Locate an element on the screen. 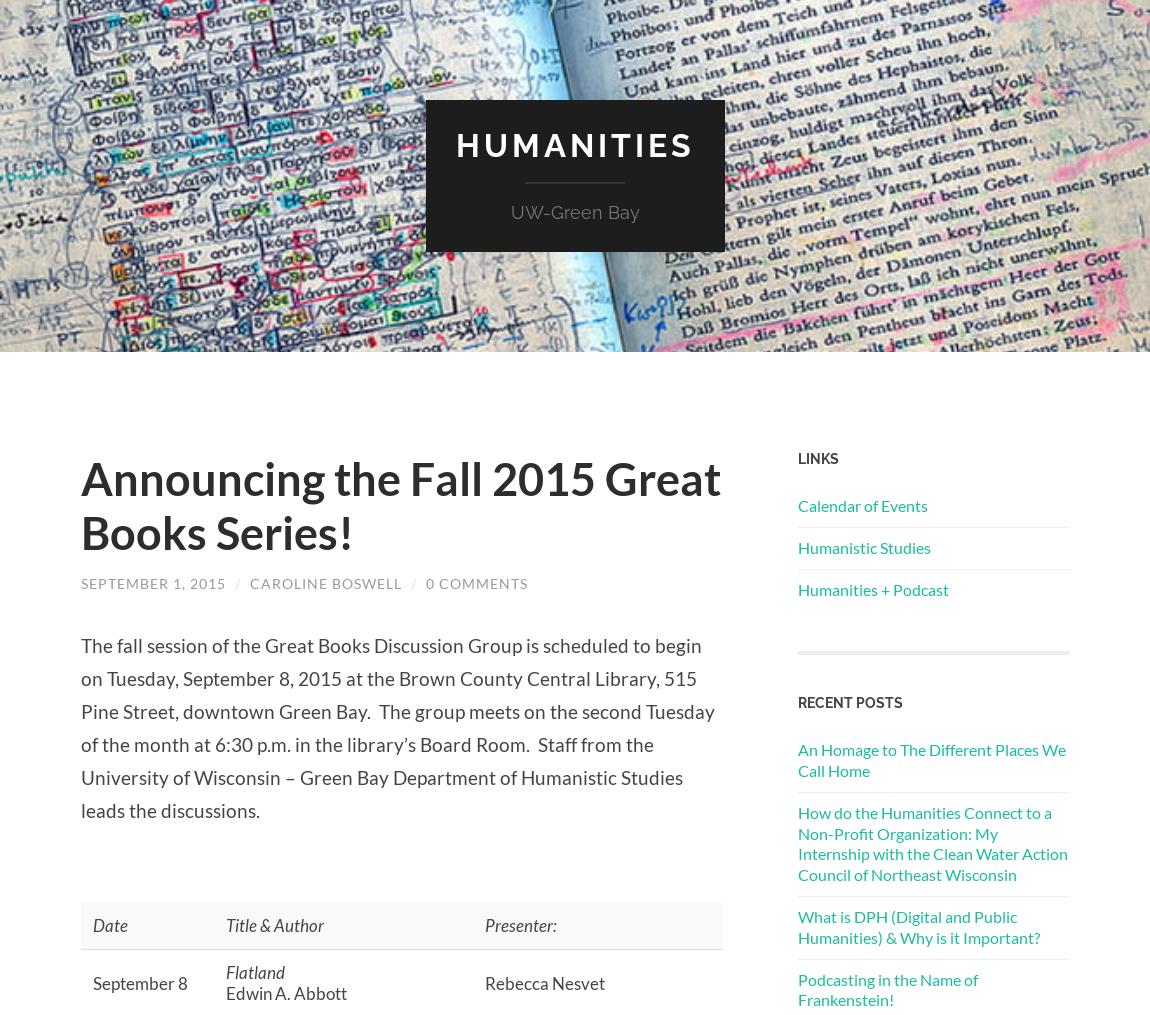 Image resolution: width=1150 pixels, height=1015 pixels. '0 Comments' is located at coordinates (425, 581).